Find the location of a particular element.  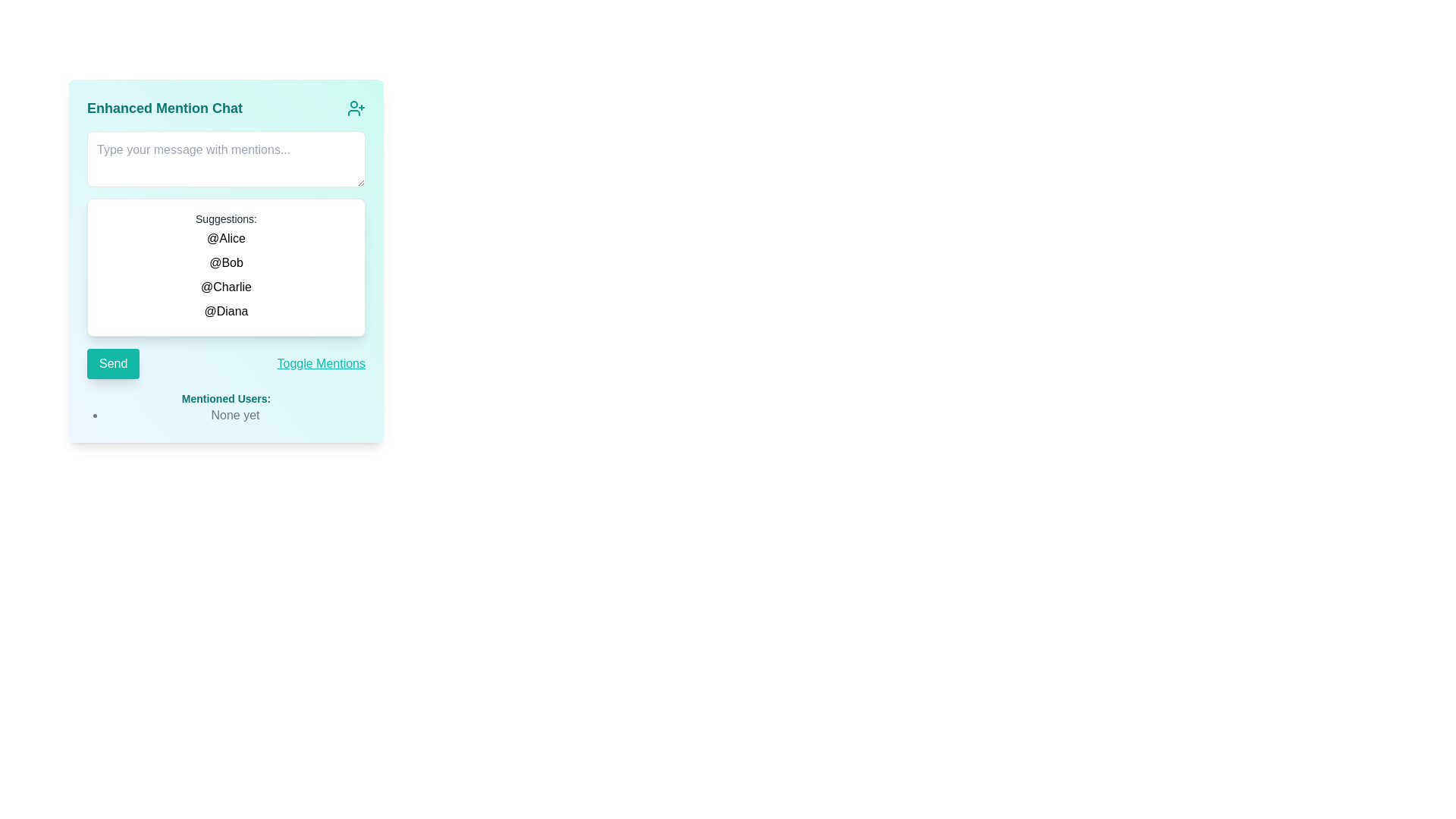

the third list item (clickable text) in the 'Suggestions:' panel, which is used for selecting user mentions or tags is located at coordinates (225, 275).